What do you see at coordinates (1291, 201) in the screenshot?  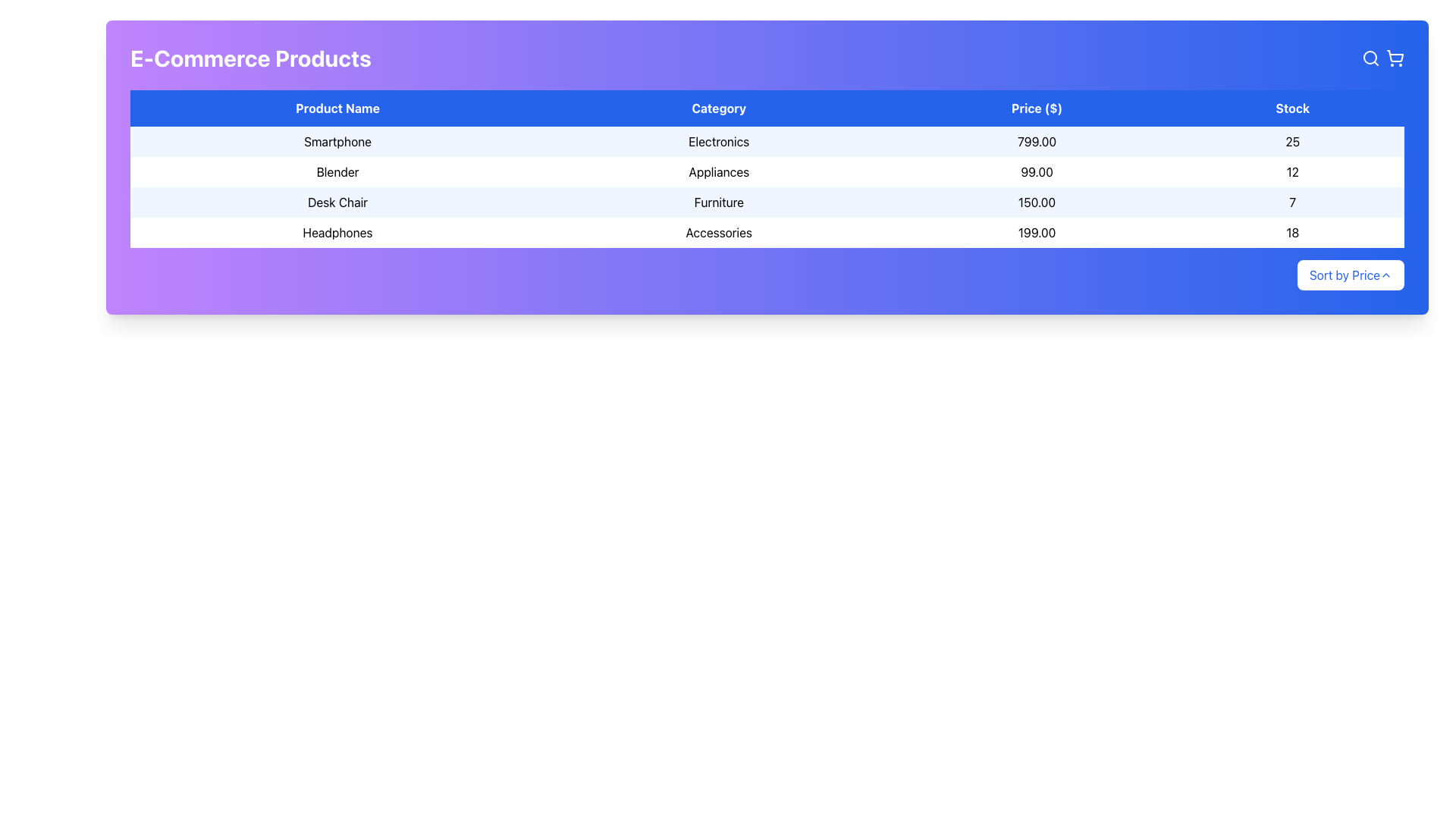 I see `the label displaying the stock quantity of the 'Desk Chair' product, which is the fourth cell in the row under the heading 'Stock'` at bounding box center [1291, 201].